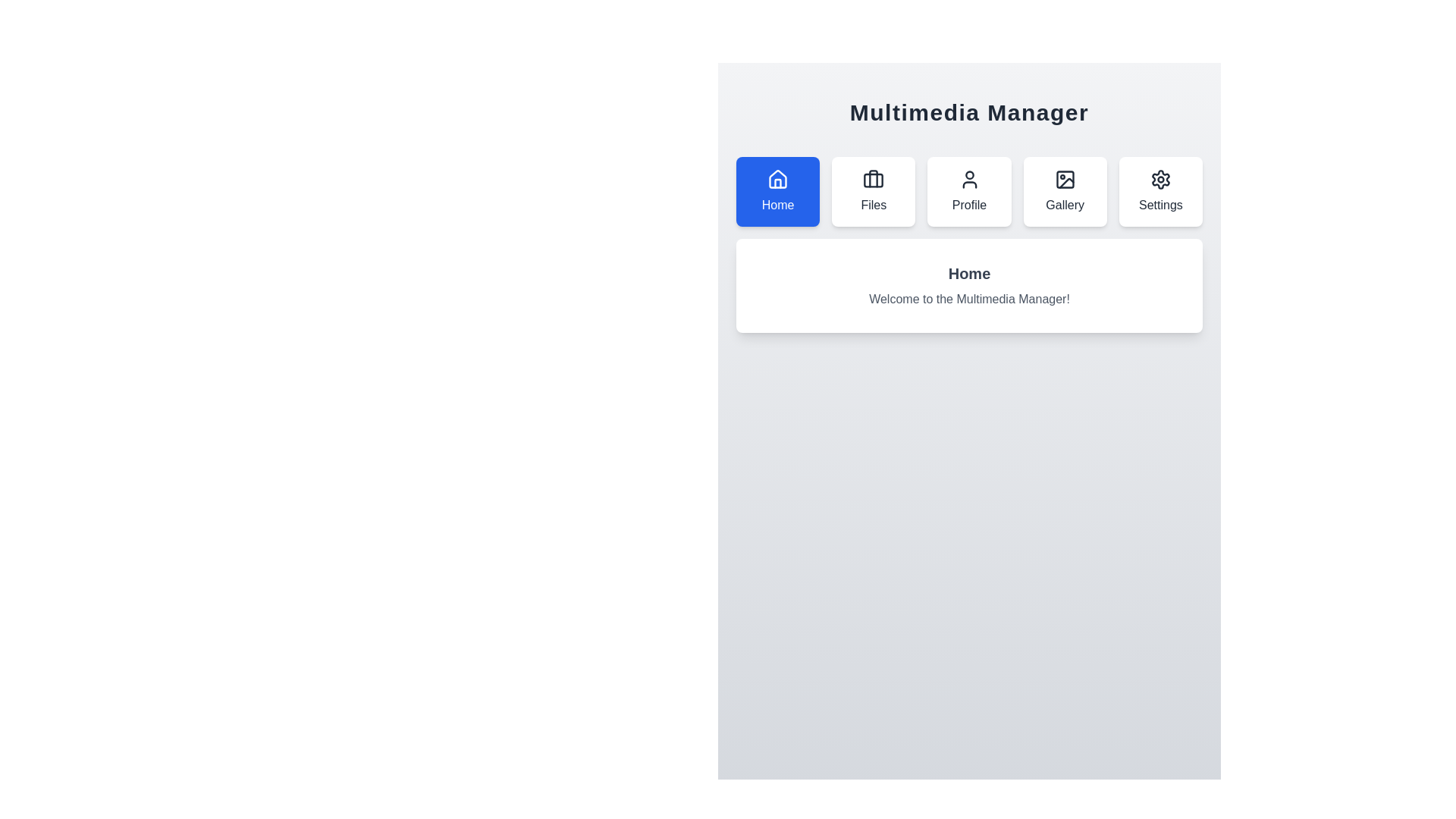 This screenshot has width=1456, height=819. What do you see at coordinates (1159, 191) in the screenshot?
I see `the navigation button located at the far right of the horizontal navigation bar to observe hover effects` at bounding box center [1159, 191].